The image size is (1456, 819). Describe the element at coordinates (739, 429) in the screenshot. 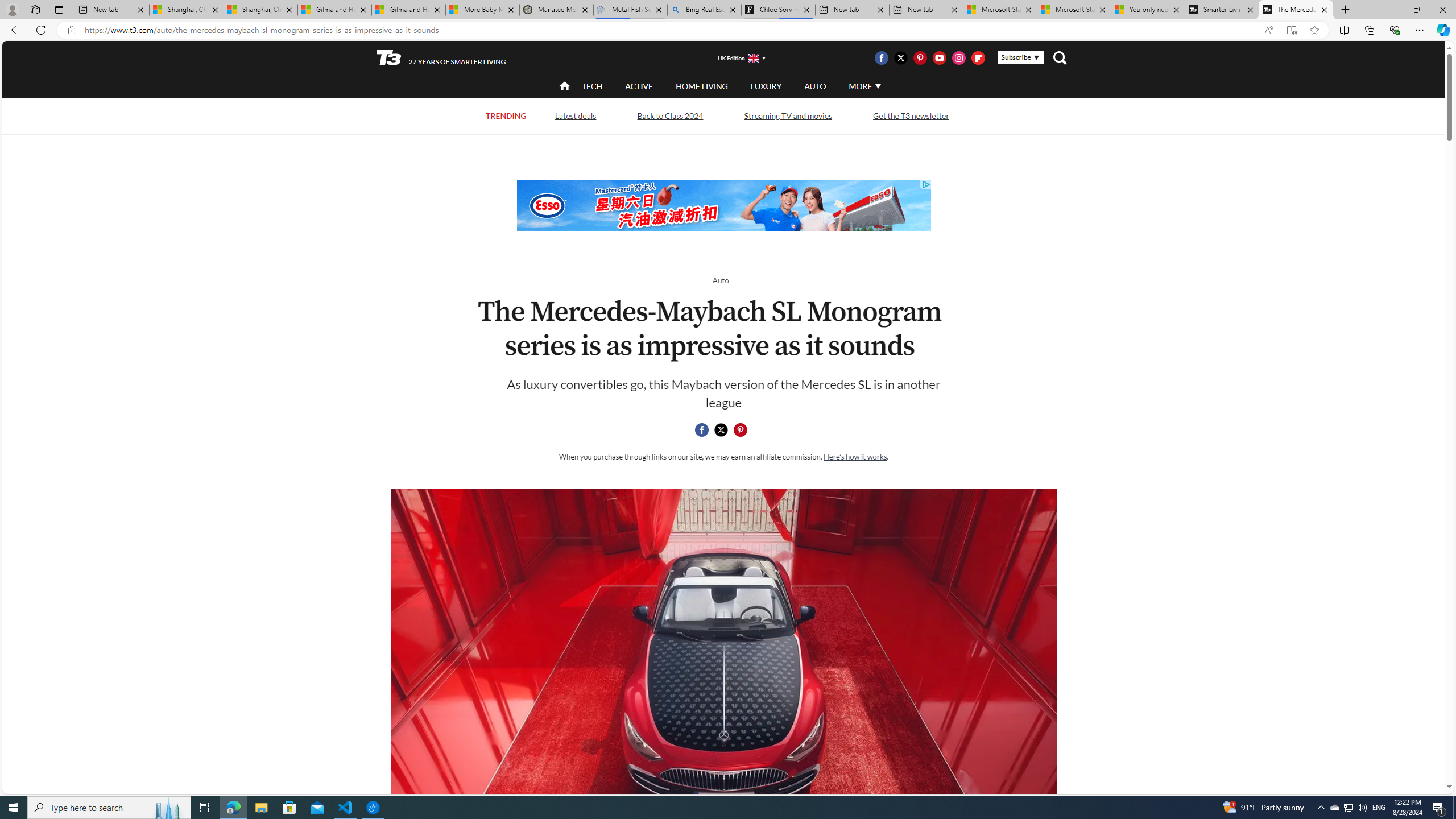

I see `'Share this page on Pintrest'` at that location.